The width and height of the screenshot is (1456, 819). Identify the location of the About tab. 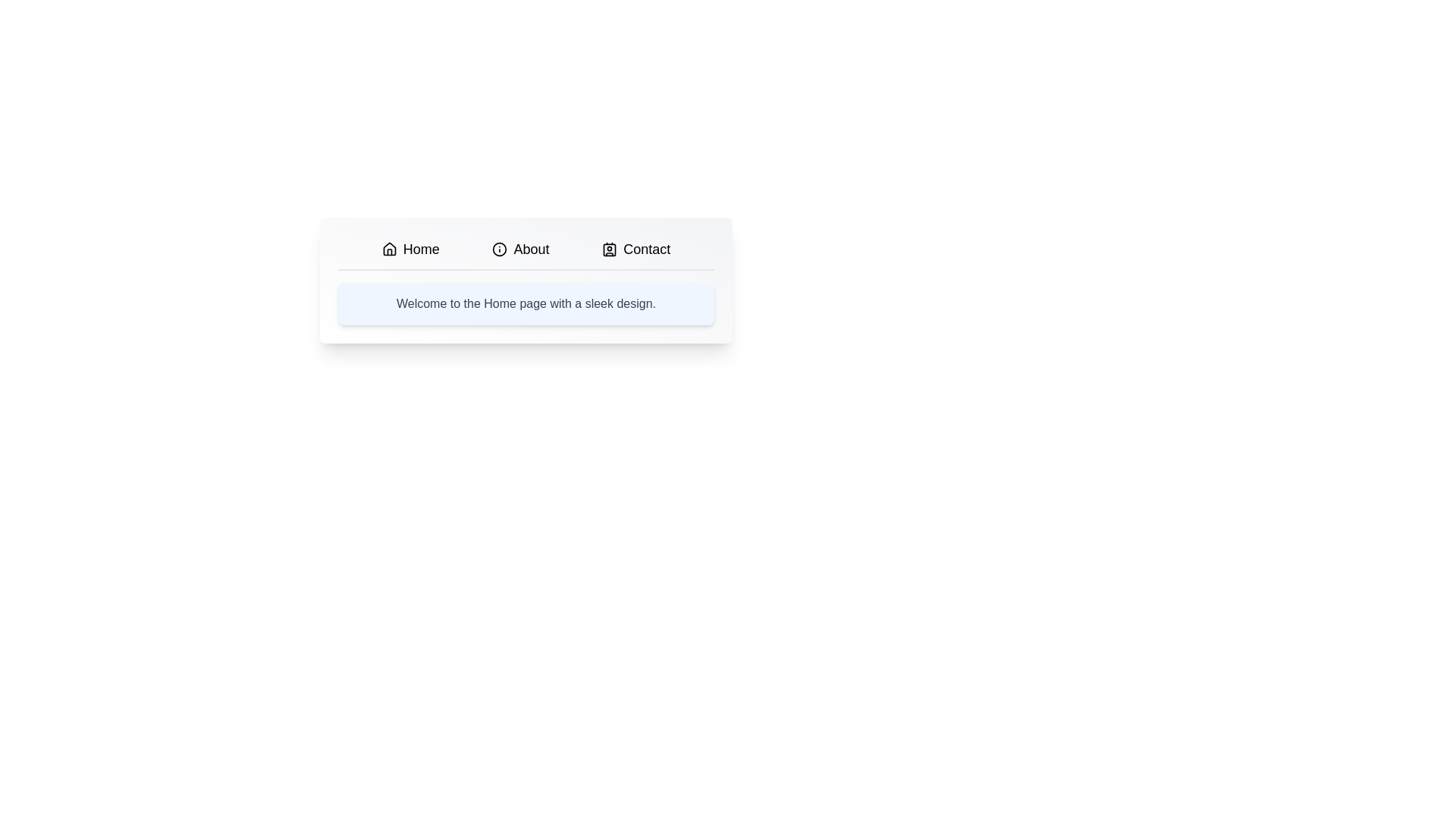
(520, 248).